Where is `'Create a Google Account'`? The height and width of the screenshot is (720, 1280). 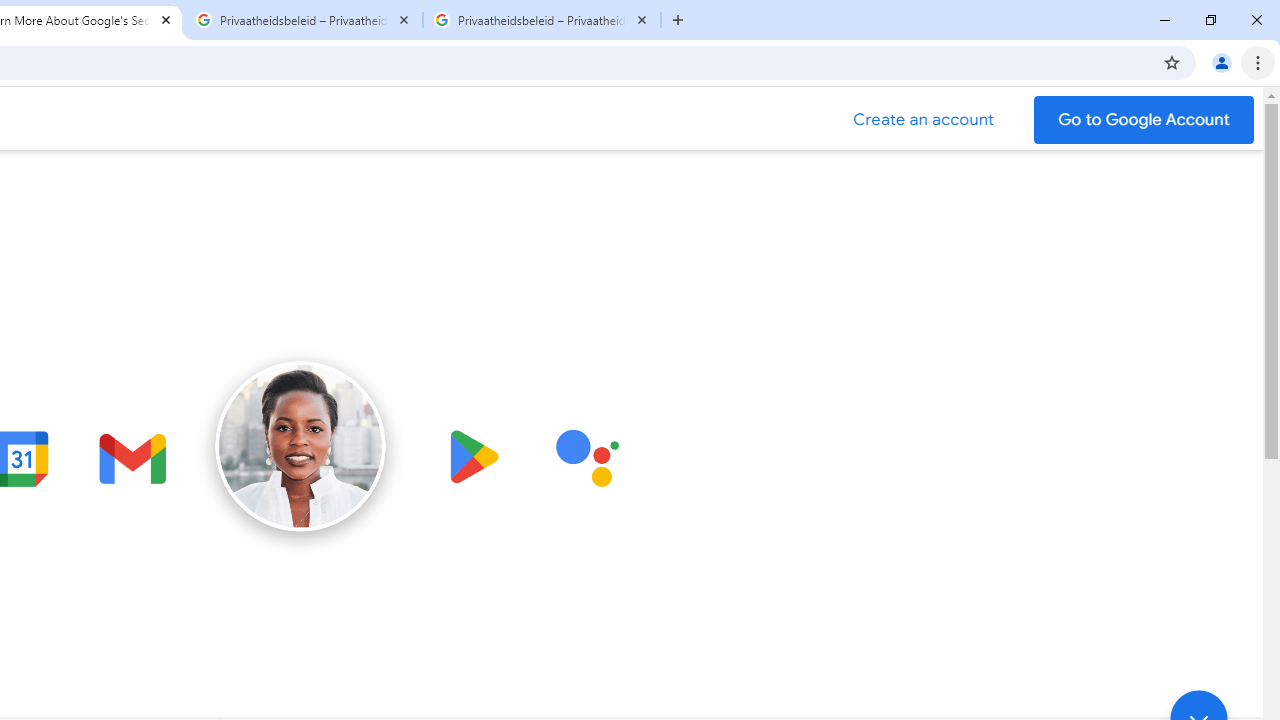 'Create a Google Account' is located at coordinates (923, 119).